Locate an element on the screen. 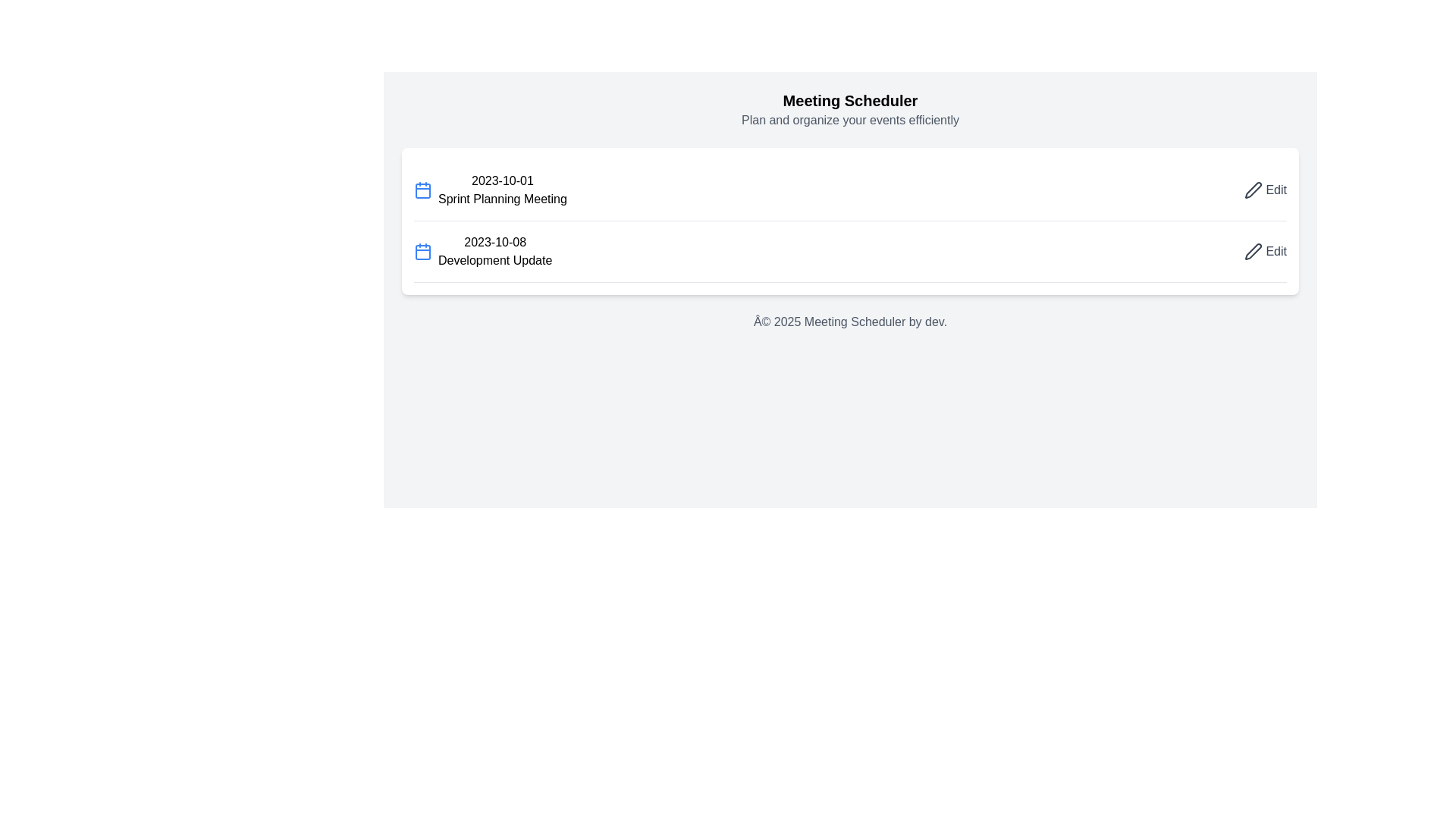 The height and width of the screenshot is (819, 1456). the calendar icon with a blue-border design located to the left of the text '2023-10-08 Development Update' is located at coordinates (422, 250).